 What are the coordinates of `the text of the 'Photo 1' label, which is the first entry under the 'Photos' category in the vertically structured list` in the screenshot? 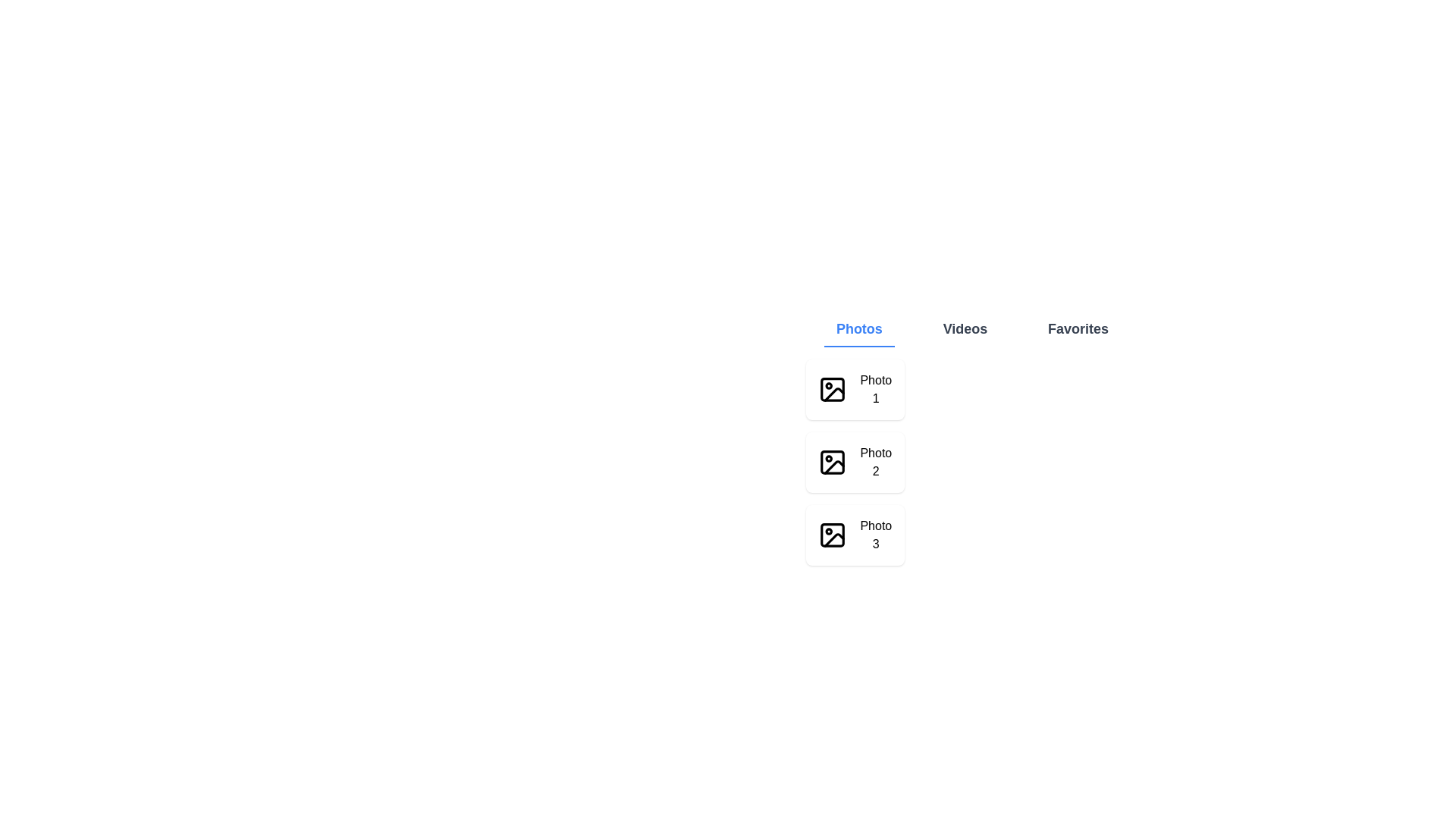 It's located at (876, 388).